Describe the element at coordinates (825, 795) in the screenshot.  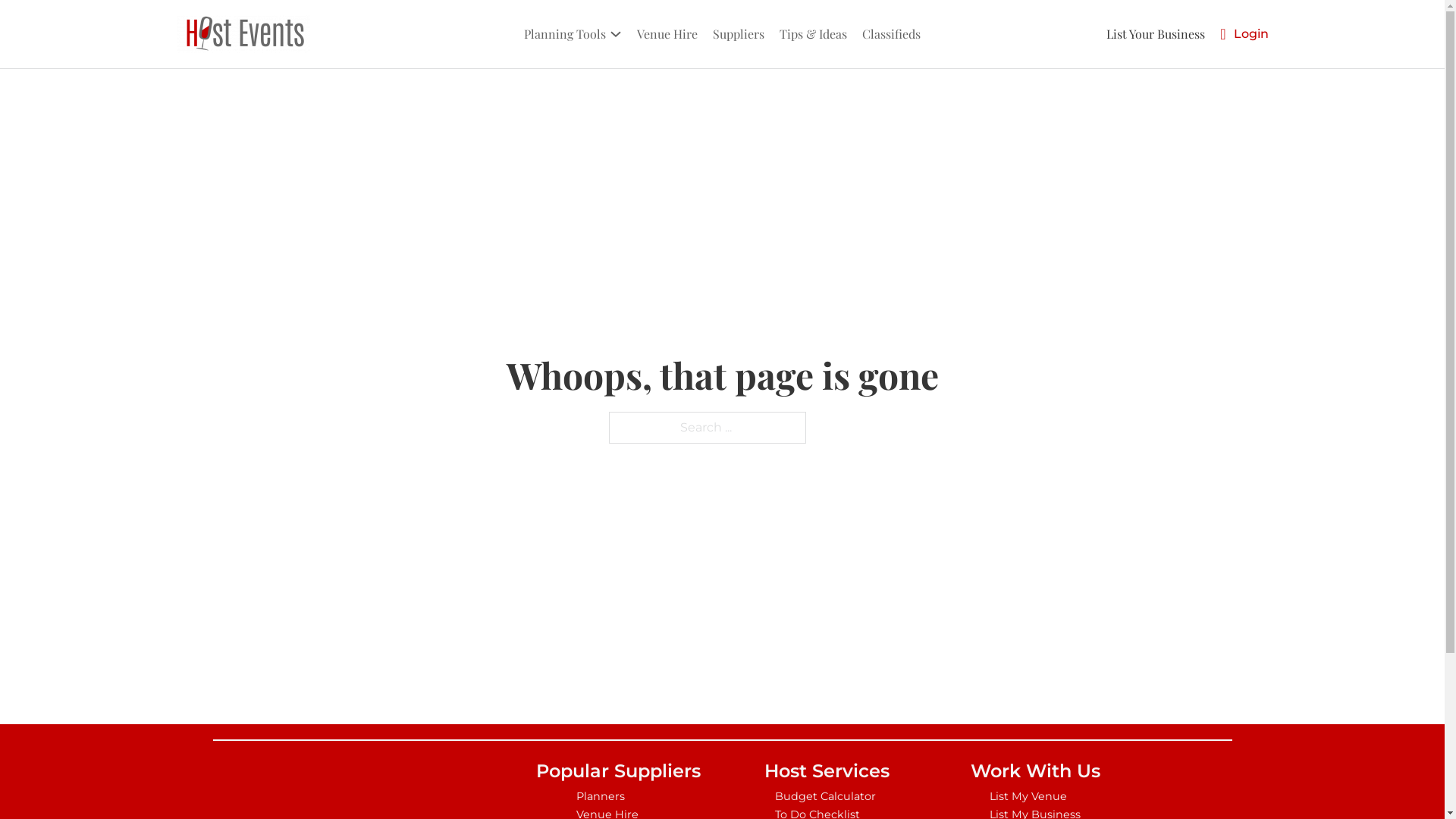
I see `'Budget Calculator'` at that location.